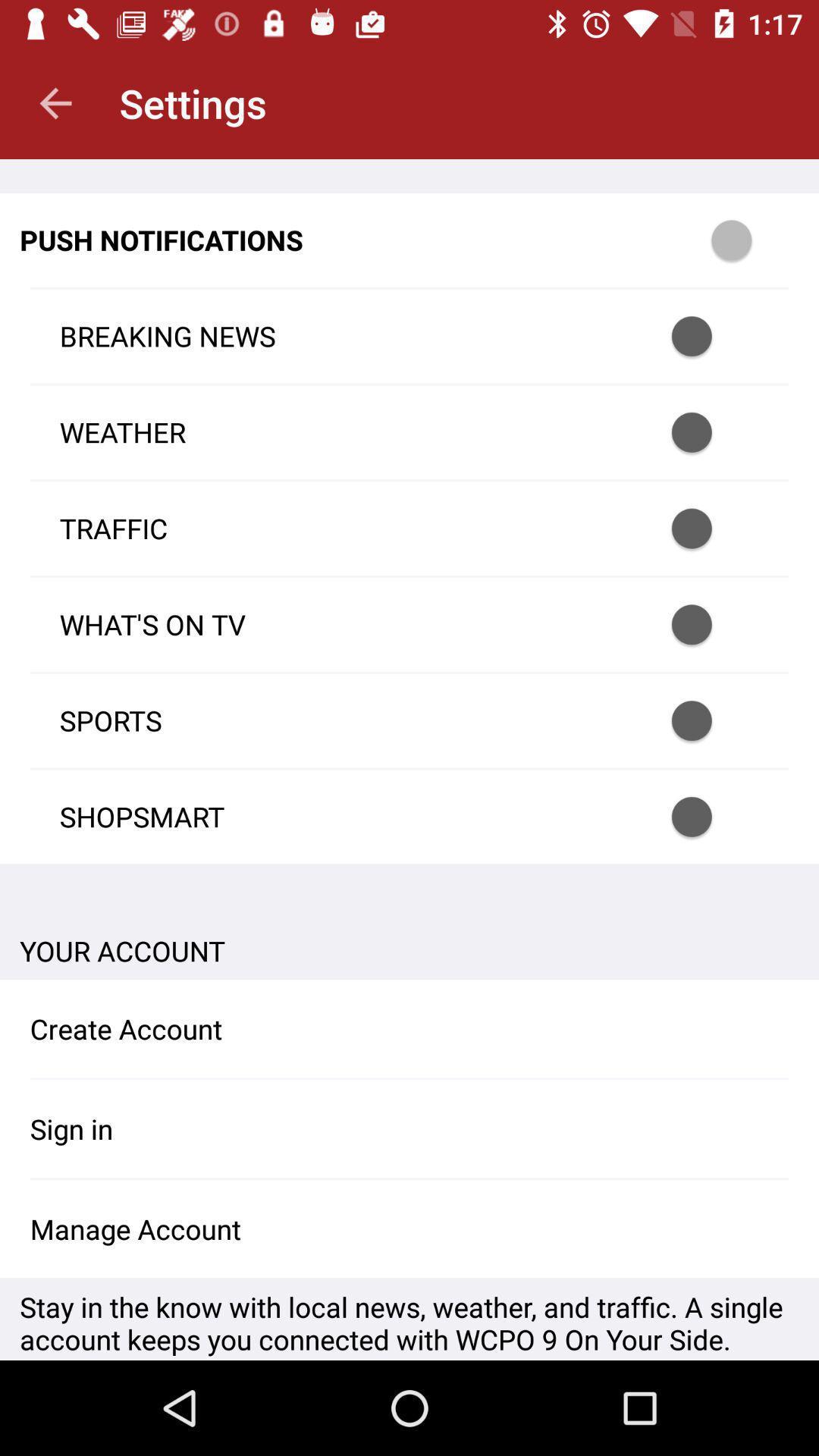 The height and width of the screenshot is (1456, 819). What do you see at coordinates (55, 102) in the screenshot?
I see `icon above push notifications icon` at bounding box center [55, 102].